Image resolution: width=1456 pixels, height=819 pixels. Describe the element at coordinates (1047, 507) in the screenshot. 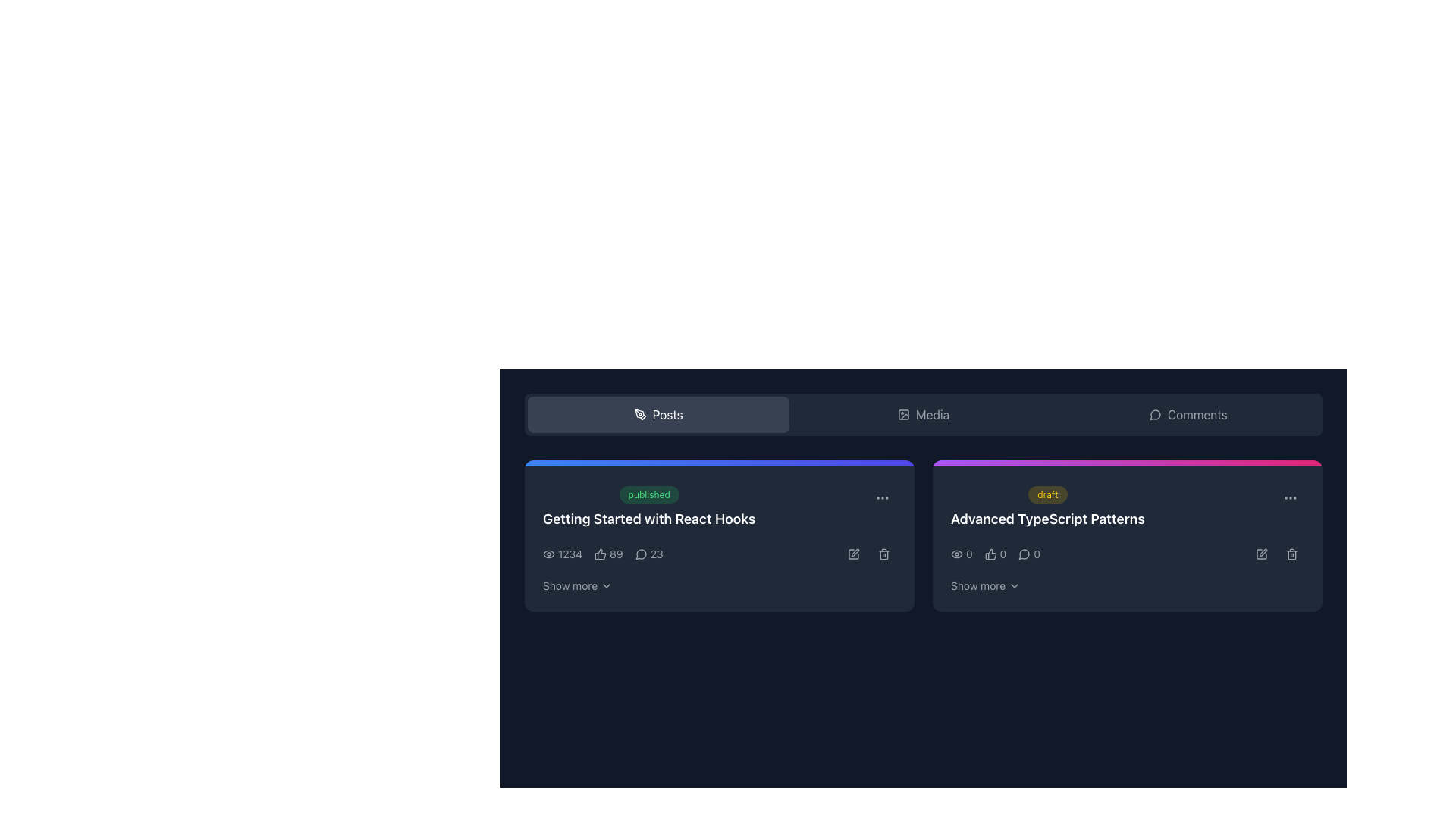

I see `the text block that displays 'draft' in a smaller size with a yellow background, positioned above the larger bold text 'Advanced TypeScript Patterns' in white font, located in the second column of the dashboard` at that location.